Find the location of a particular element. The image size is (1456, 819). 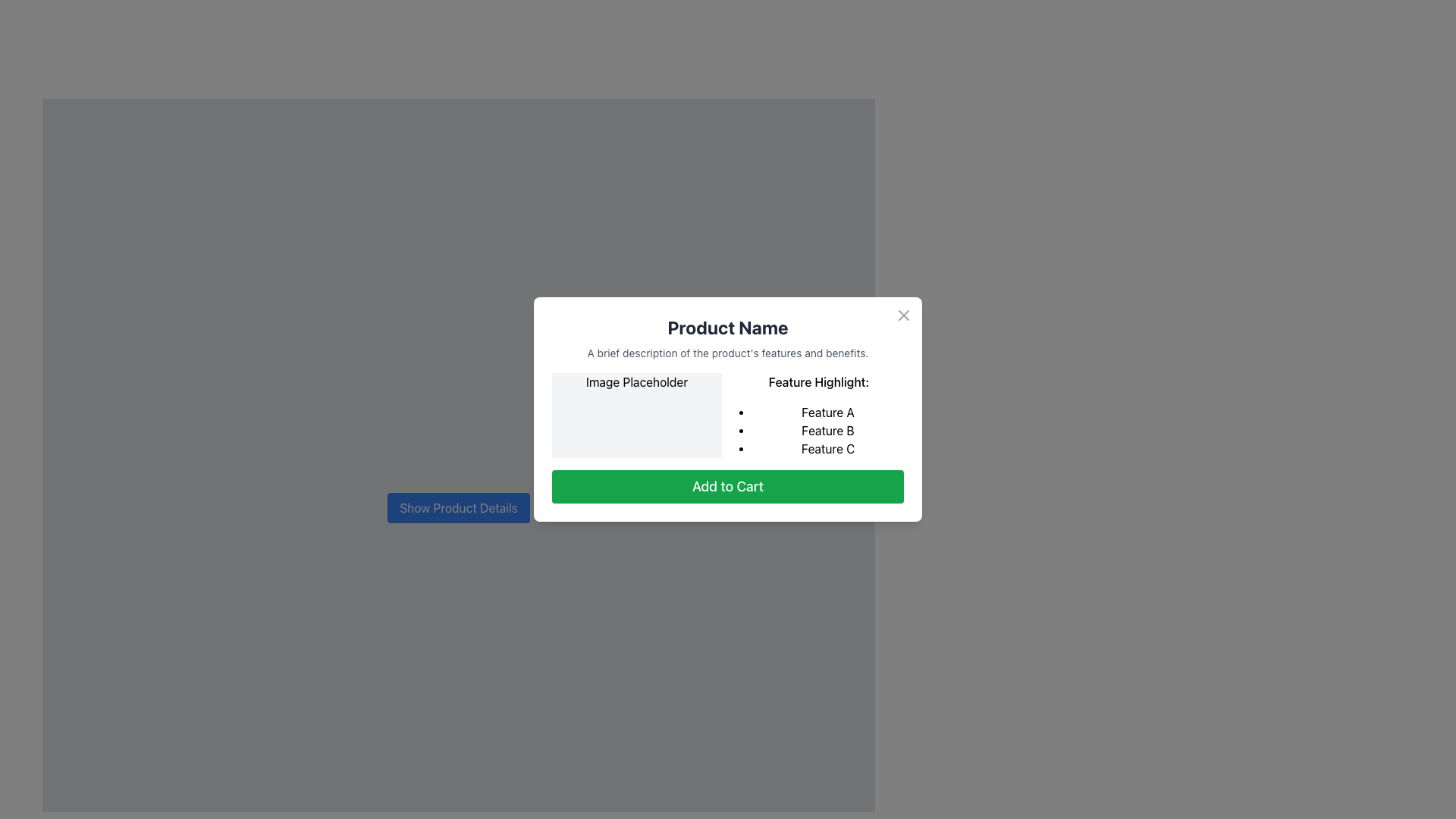

the text element presenting 'Feature B' in the 'Feature Highlight' list, positioned between 'Feature A' and 'Feature C' is located at coordinates (827, 430).